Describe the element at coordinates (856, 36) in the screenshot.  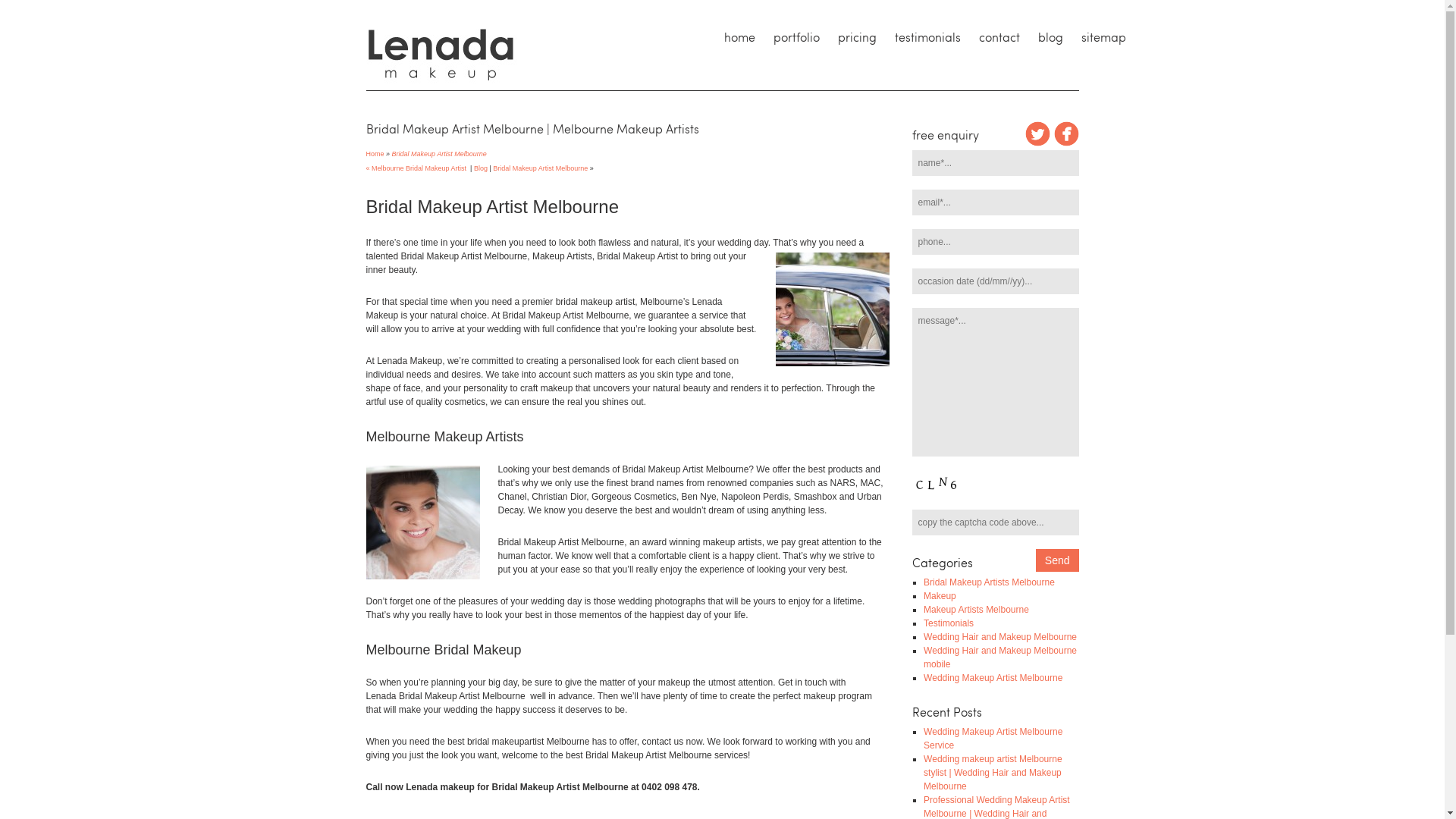
I see `'pricing'` at that location.